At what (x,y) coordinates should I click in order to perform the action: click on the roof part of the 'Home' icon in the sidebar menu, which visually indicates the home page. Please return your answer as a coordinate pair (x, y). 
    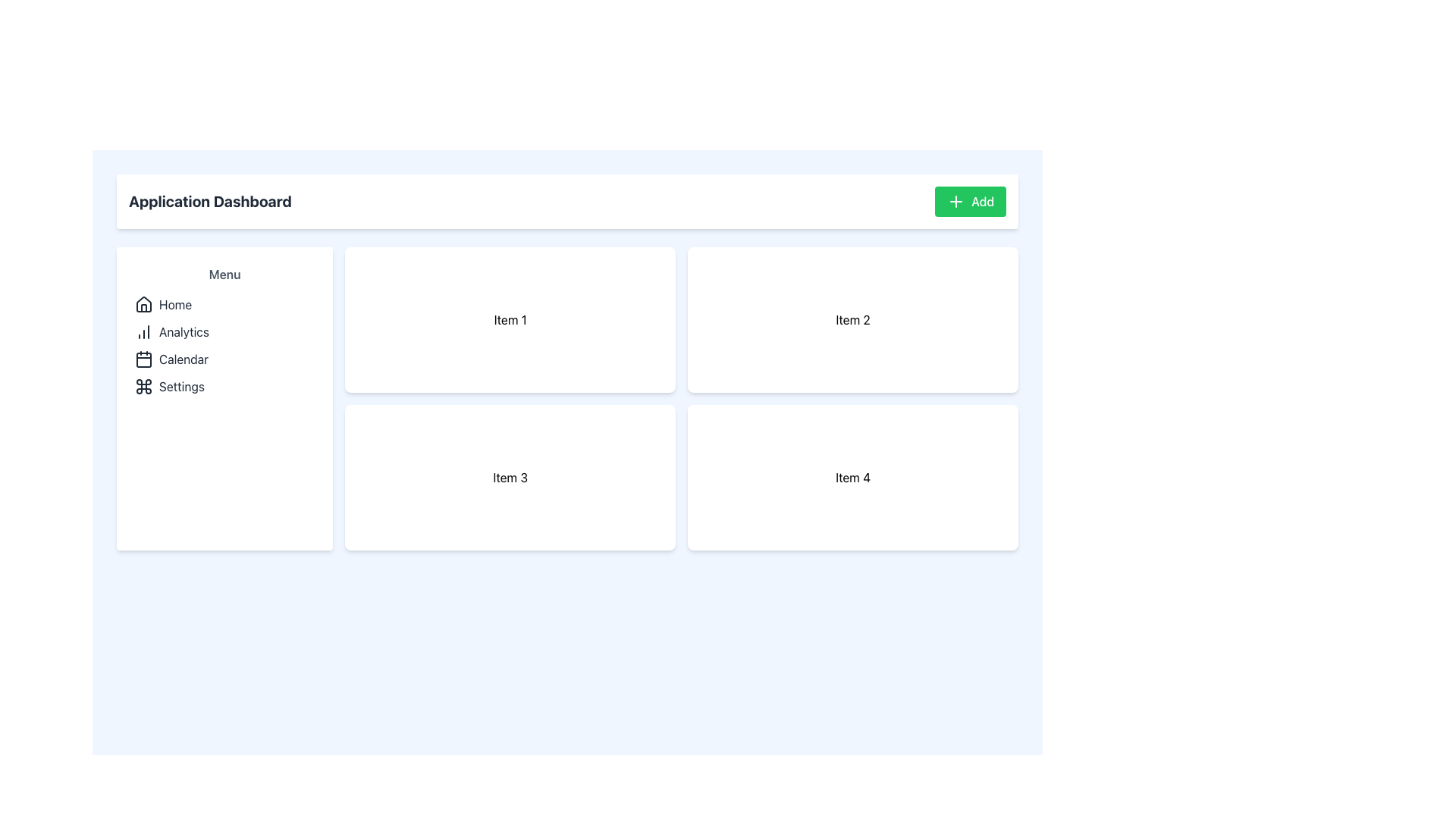
    Looking at the image, I should click on (144, 304).